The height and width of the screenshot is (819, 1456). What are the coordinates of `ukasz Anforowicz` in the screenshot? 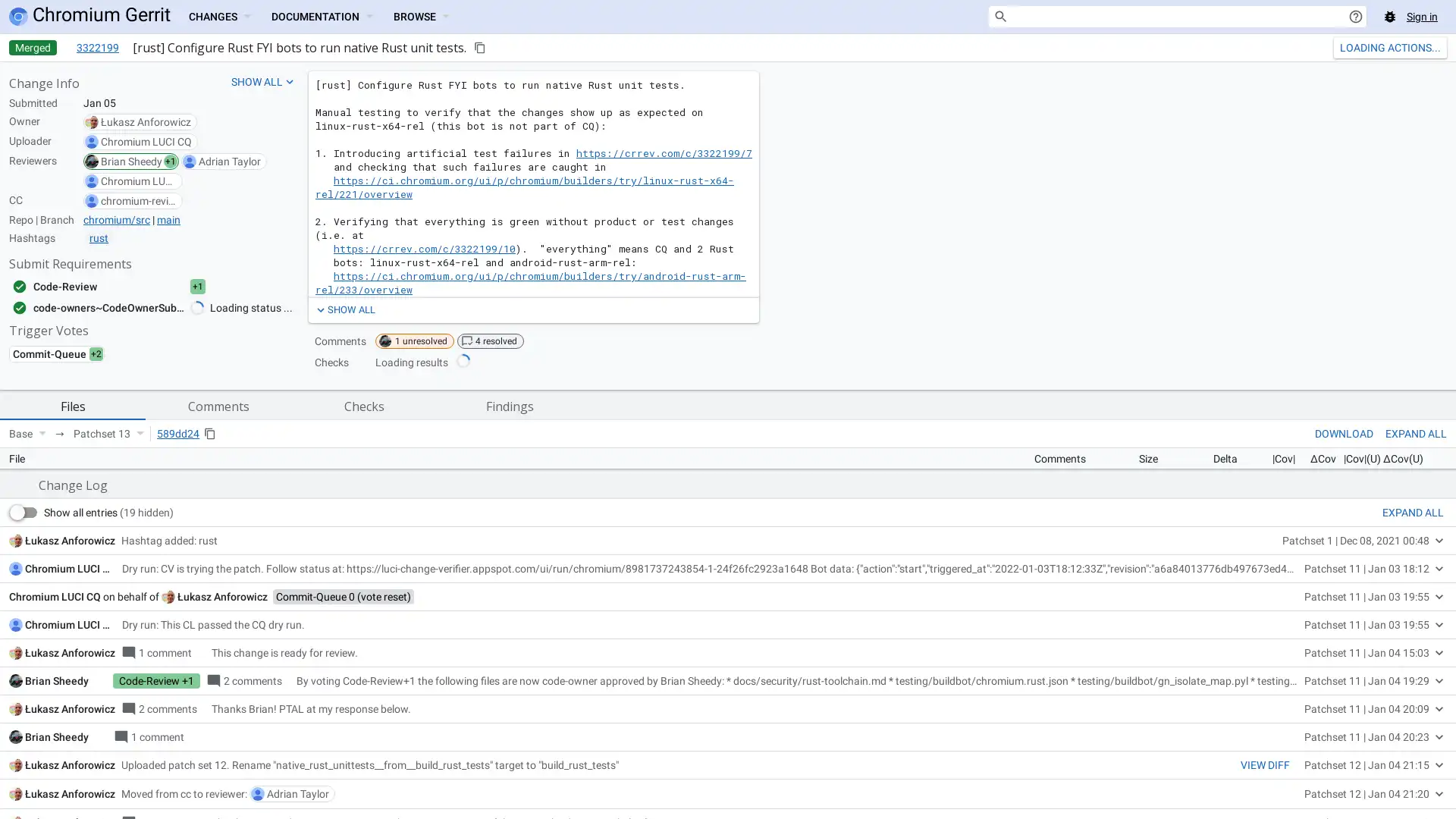 It's located at (69, 748).